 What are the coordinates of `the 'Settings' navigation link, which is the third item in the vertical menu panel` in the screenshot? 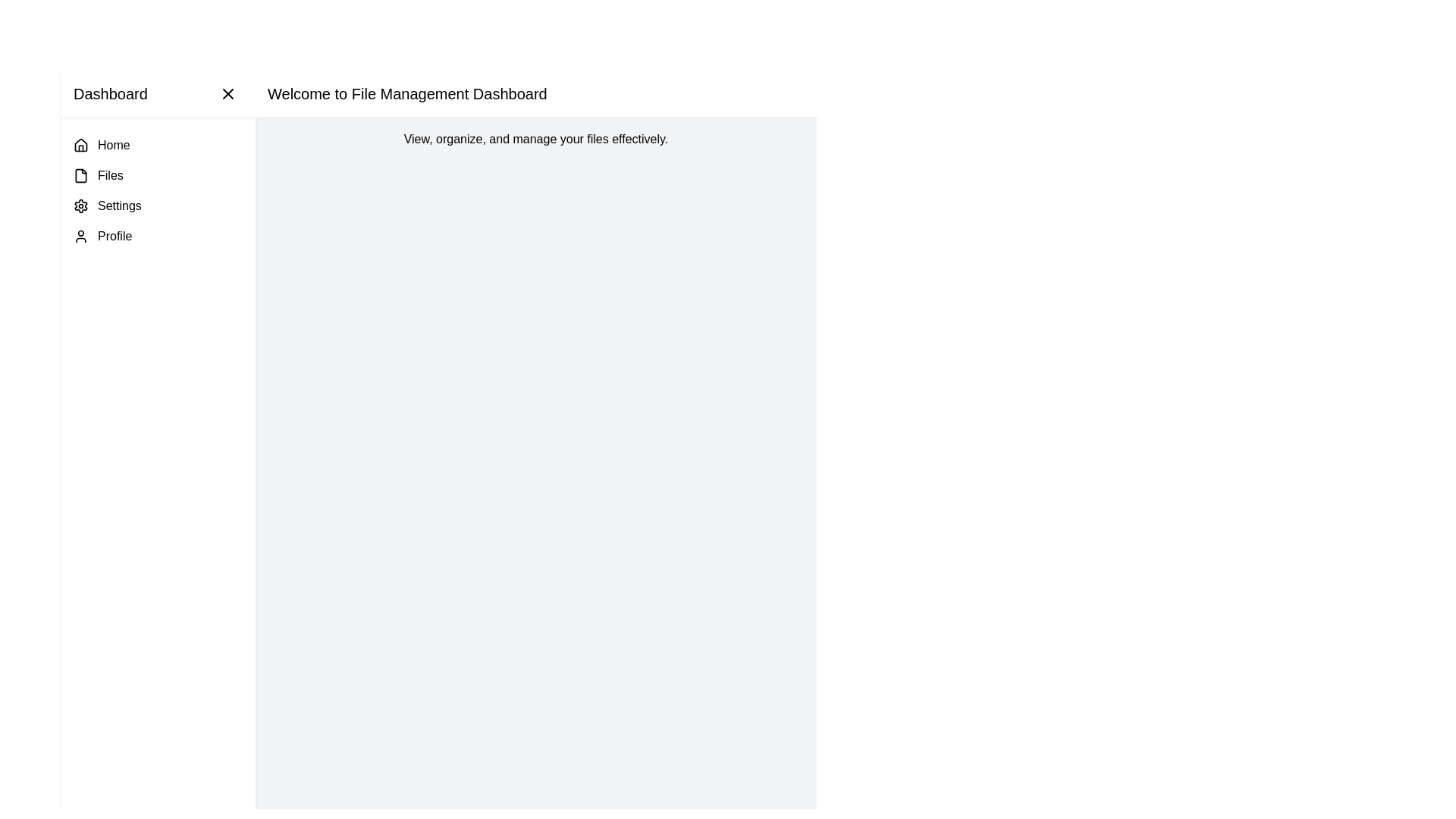 It's located at (158, 206).